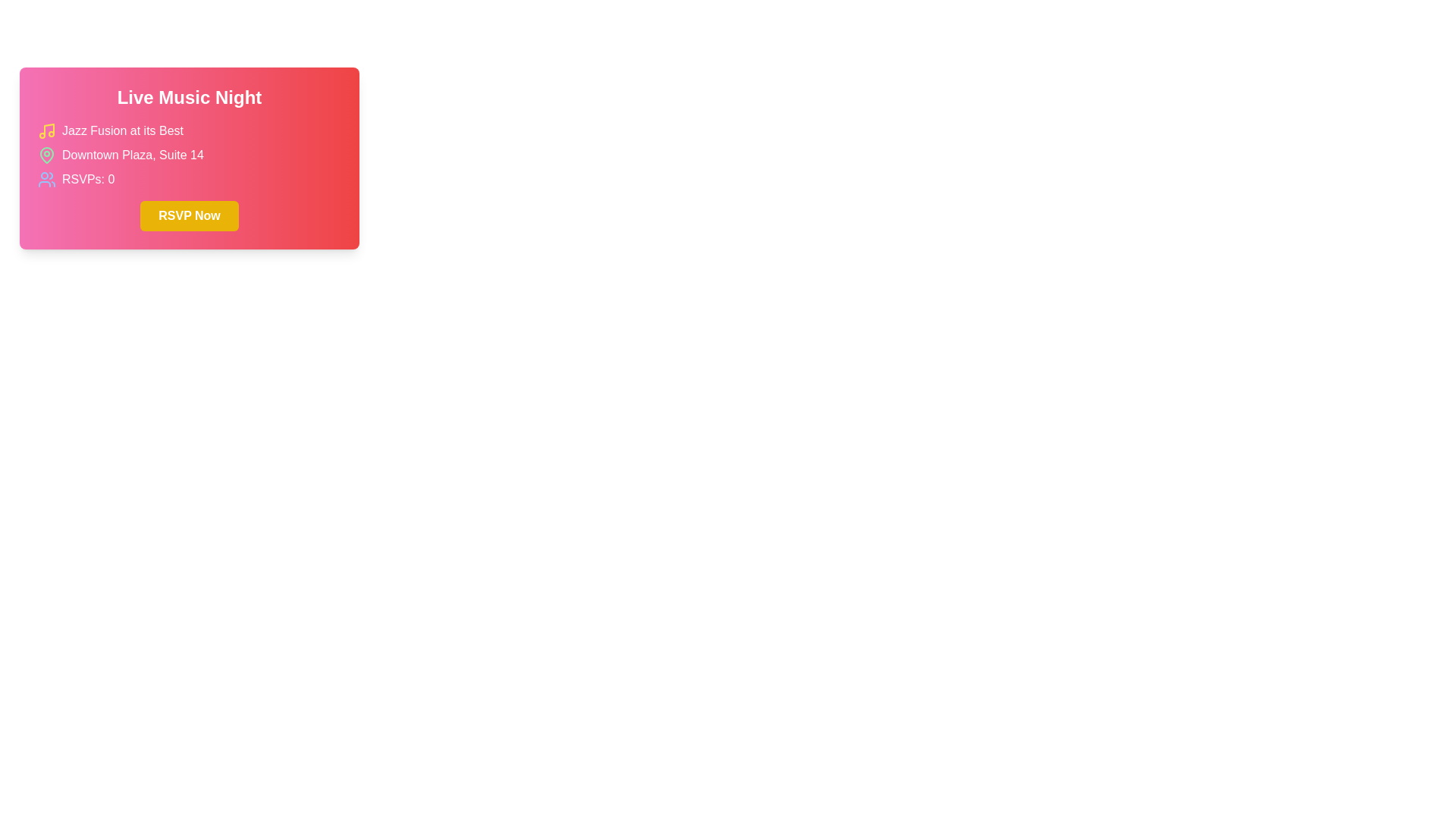  What do you see at coordinates (47, 178) in the screenshot?
I see `the SVG icon representing attendees in the RSVP section, which is positioned slightly to the left of the 'RSVPs: 0' text within the lower region of the highlighted event card` at bounding box center [47, 178].